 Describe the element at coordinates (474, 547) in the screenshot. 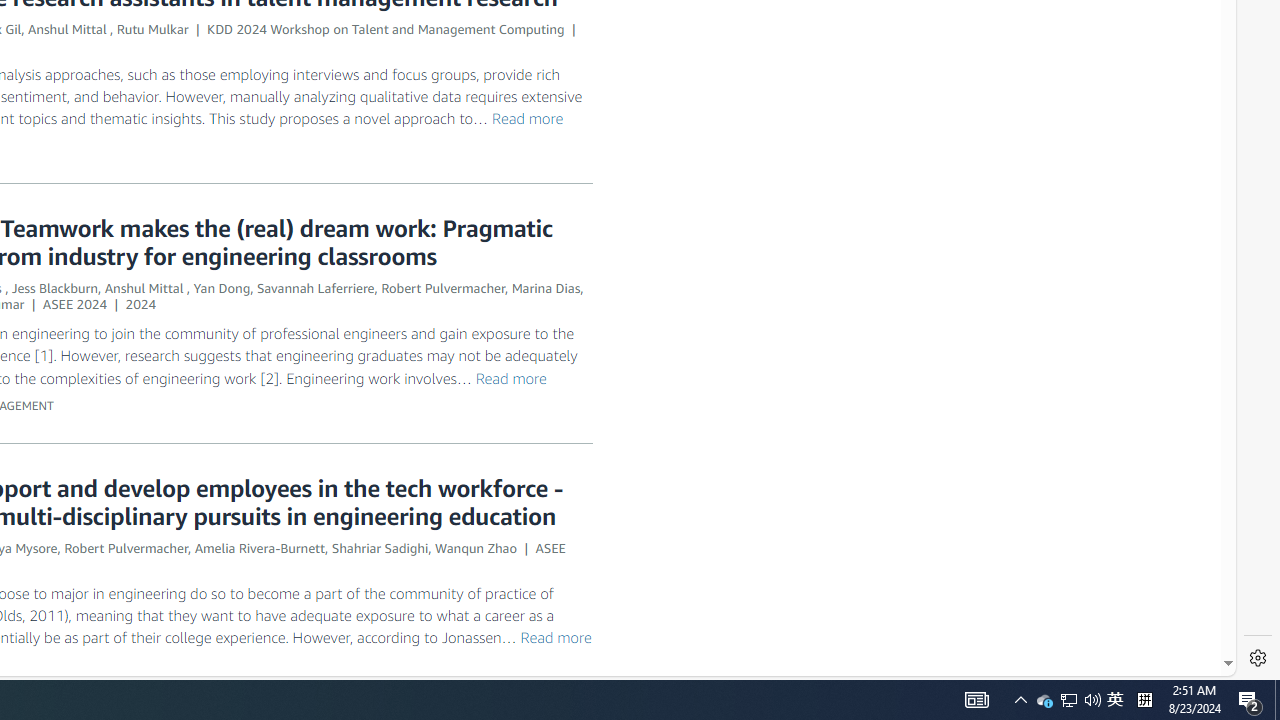

I see `'Wanqun Zhao'` at that location.